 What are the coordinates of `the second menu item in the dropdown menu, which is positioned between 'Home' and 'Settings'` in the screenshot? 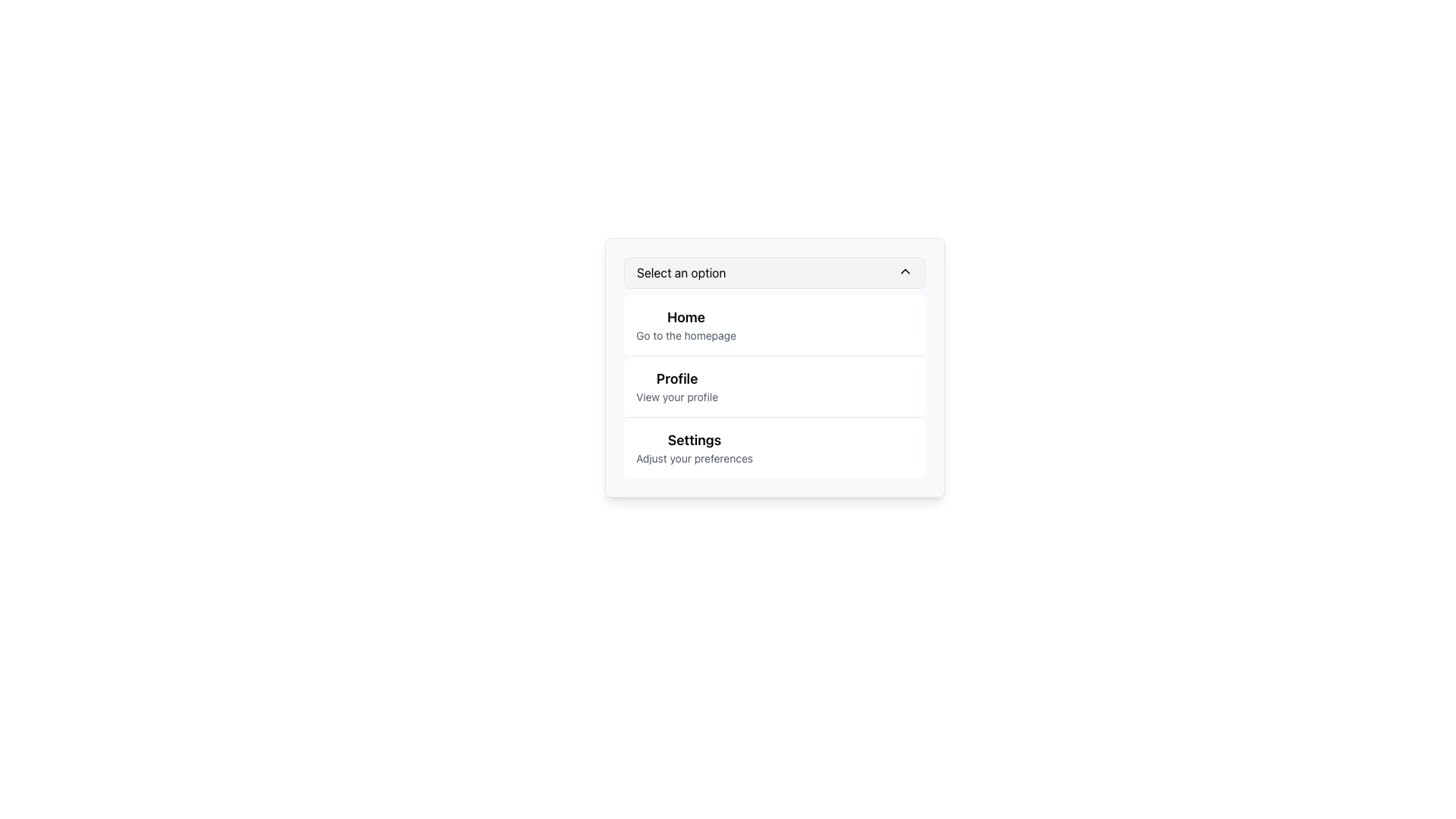 It's located at (775, 385).